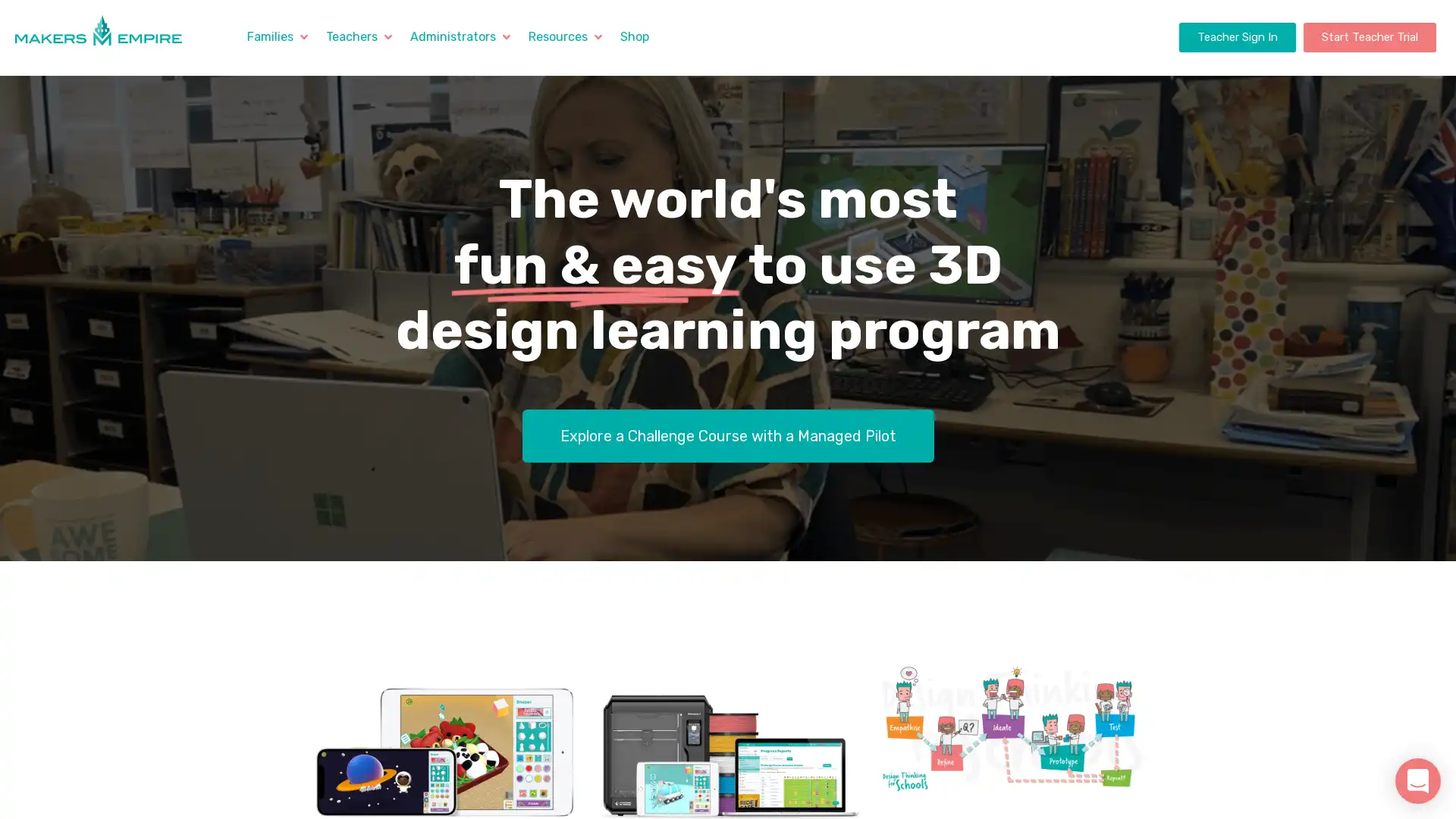 The width and height of the screenshot is (1456, 819). I want to click on Teacher Sign In, so click(1237, 36).